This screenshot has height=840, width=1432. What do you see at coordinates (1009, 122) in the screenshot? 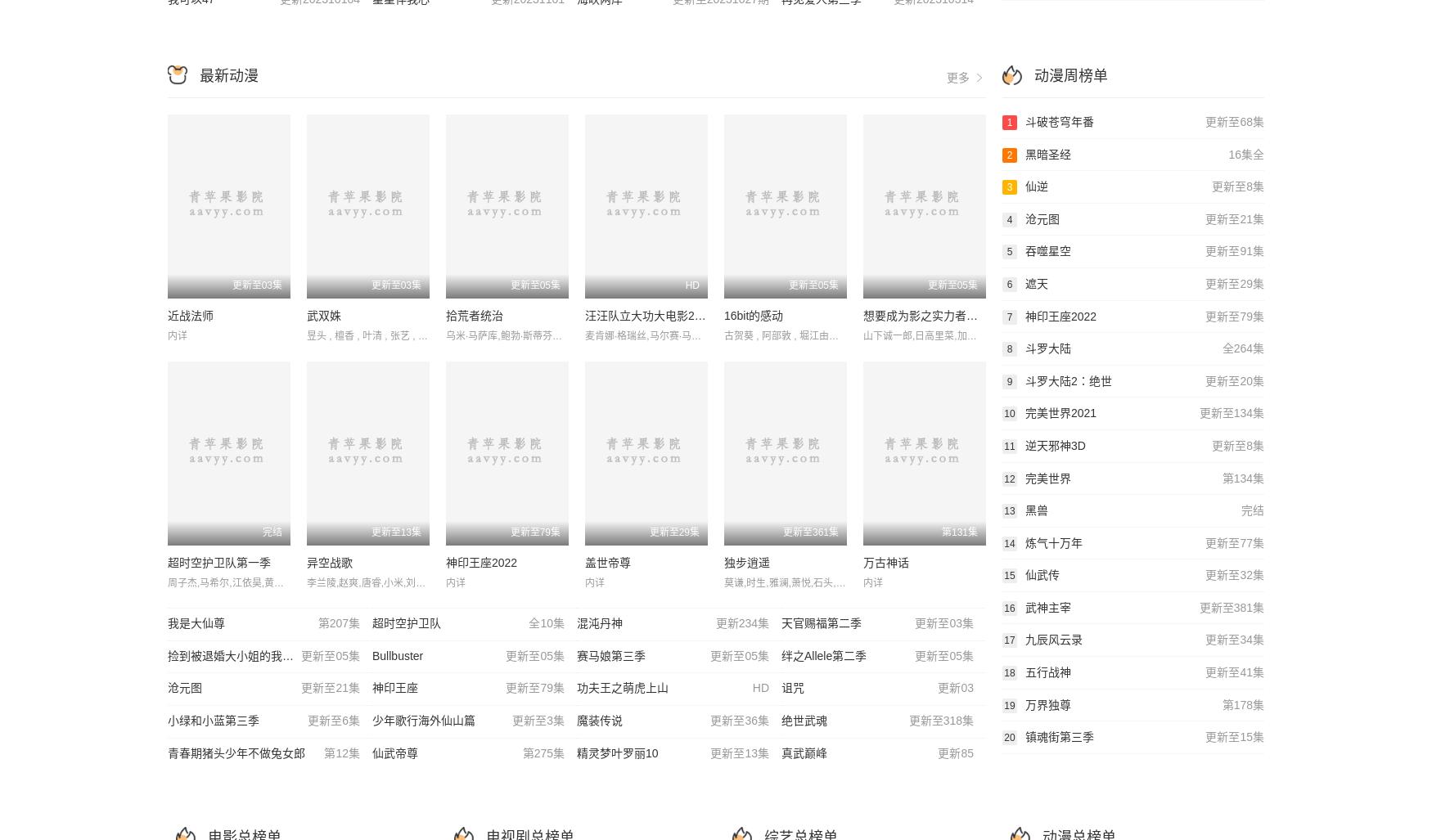
I see `'1'` at bounding box center [1009, 122].